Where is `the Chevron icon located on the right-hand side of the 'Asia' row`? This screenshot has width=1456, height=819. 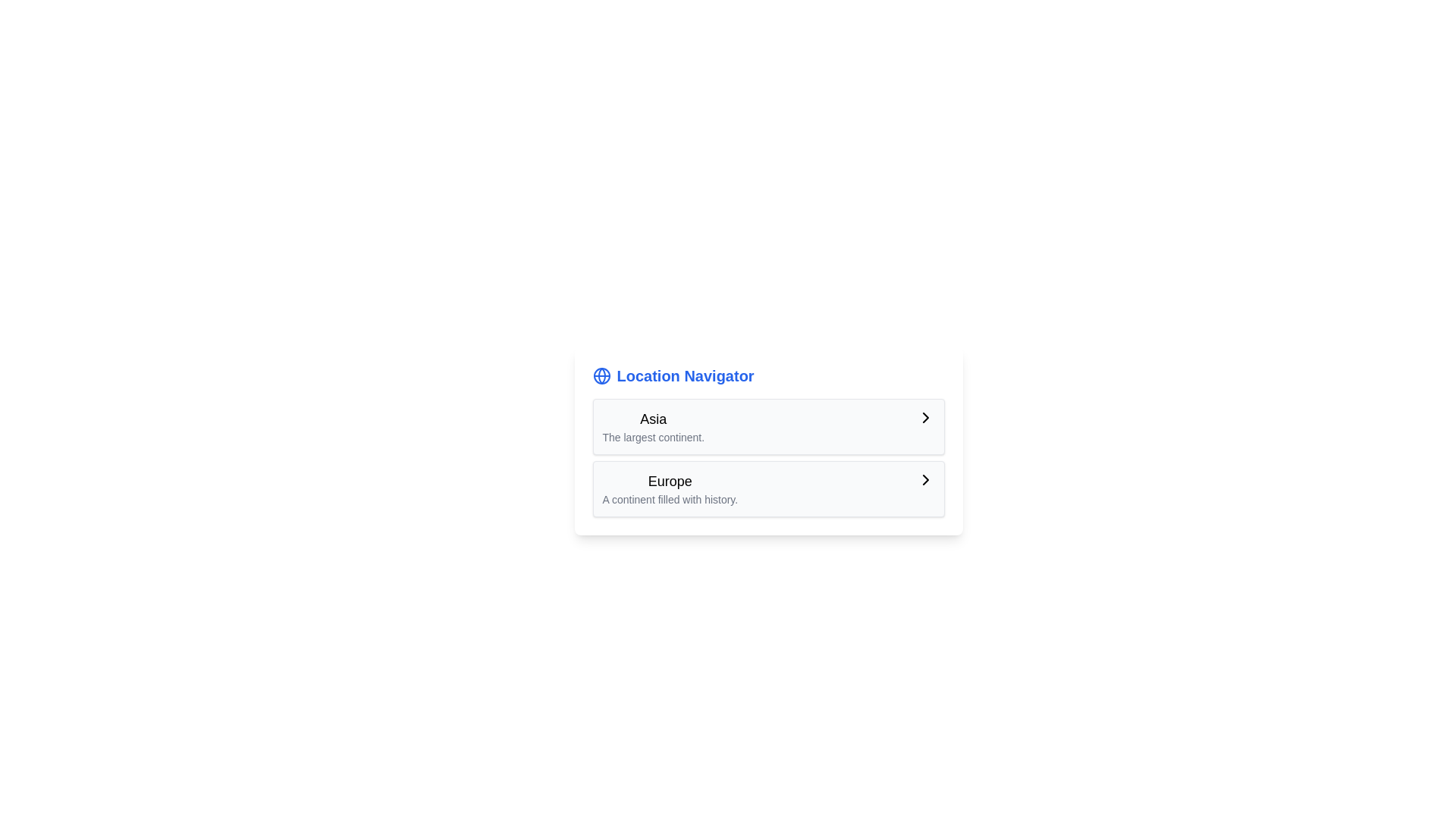 the Chevron icon located on the right-hand side of the 'Asia' row is located at coordinates (924, 418).